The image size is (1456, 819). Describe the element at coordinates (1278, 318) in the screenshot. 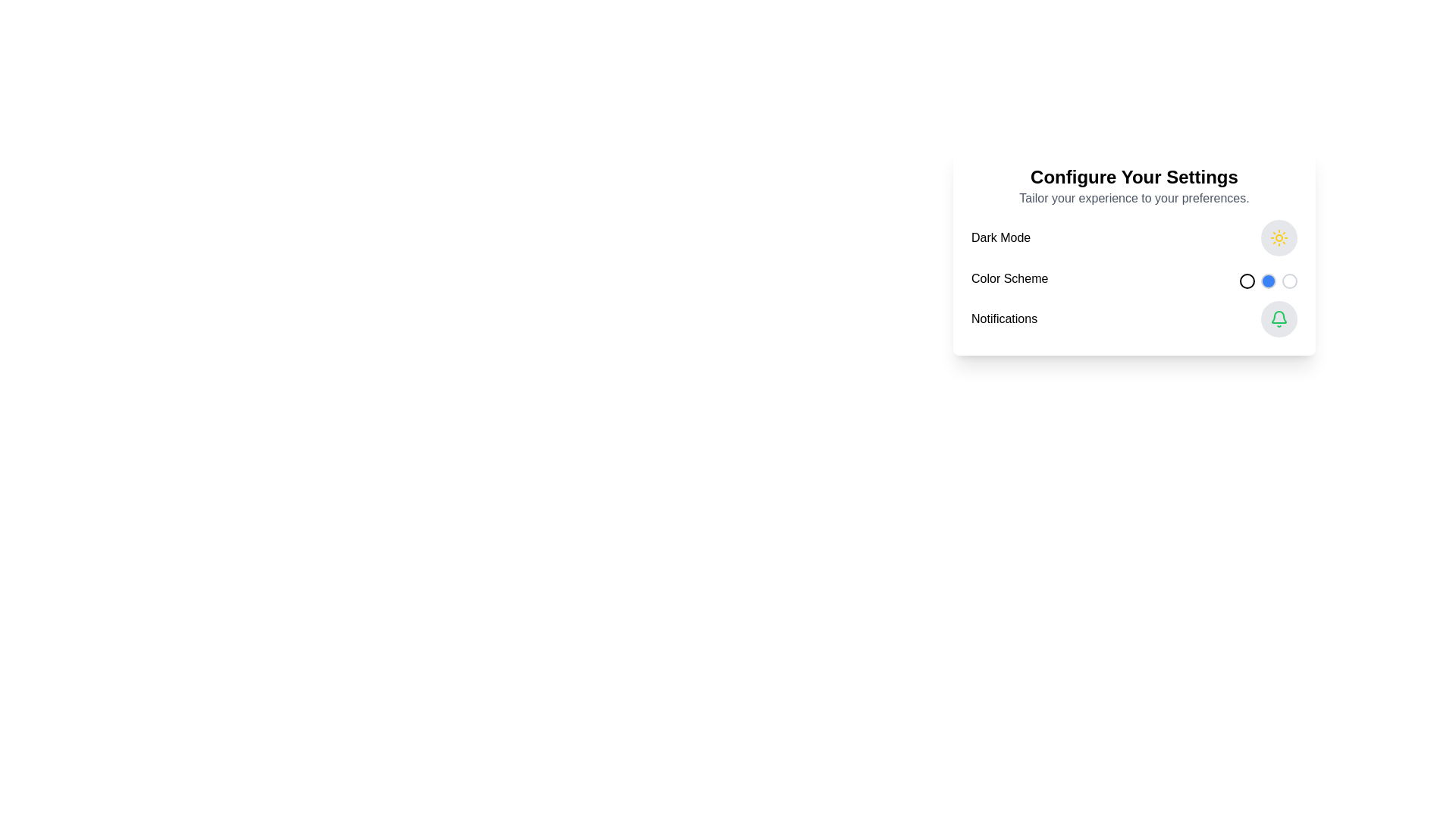

I see `the bell icon within the green outlined circular button in the bottom-right corner of the 'Configure Your Settings' section` at that location.